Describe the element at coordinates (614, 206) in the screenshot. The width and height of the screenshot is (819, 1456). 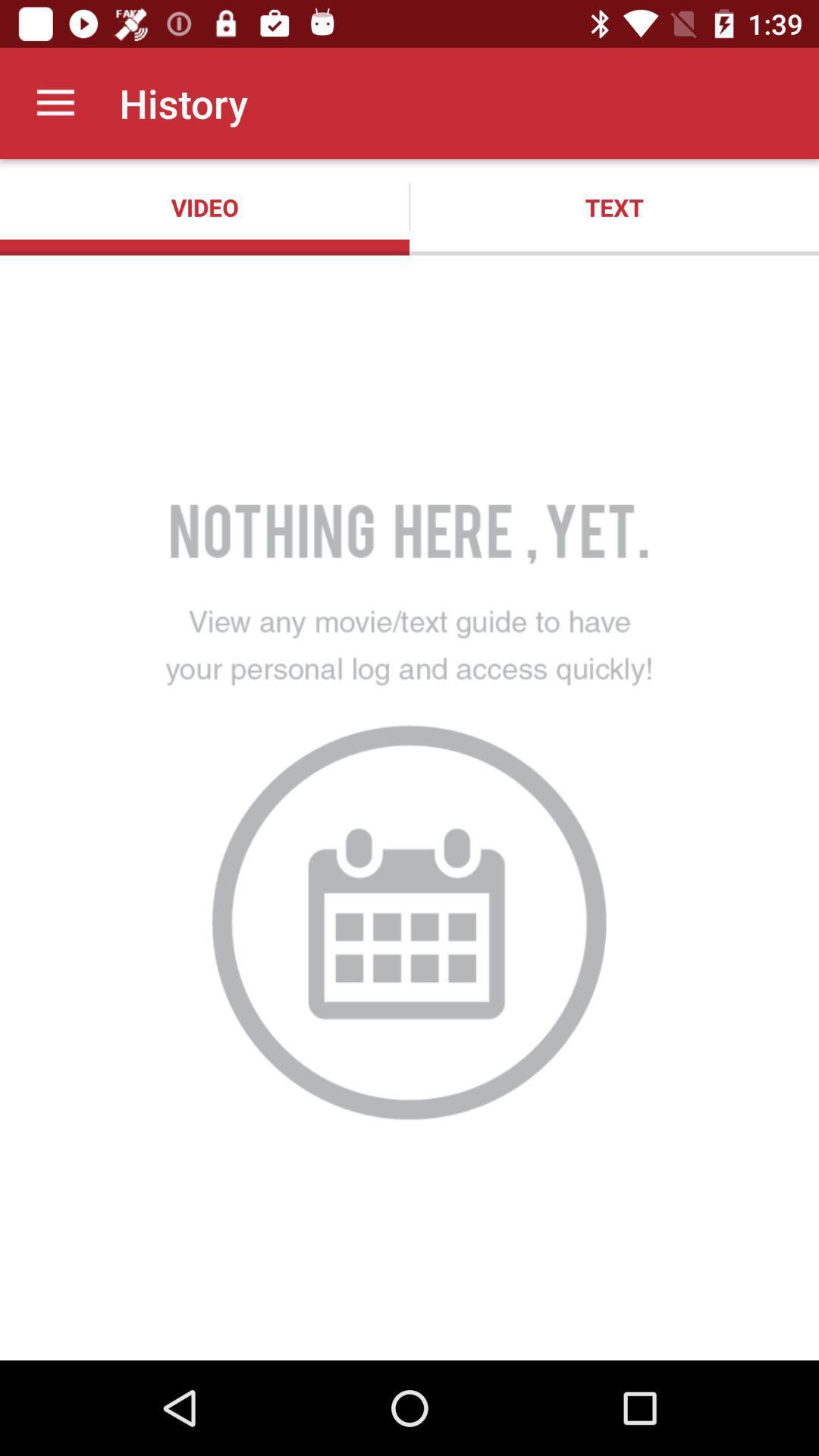
I see `icon at the top right corner` at that location.